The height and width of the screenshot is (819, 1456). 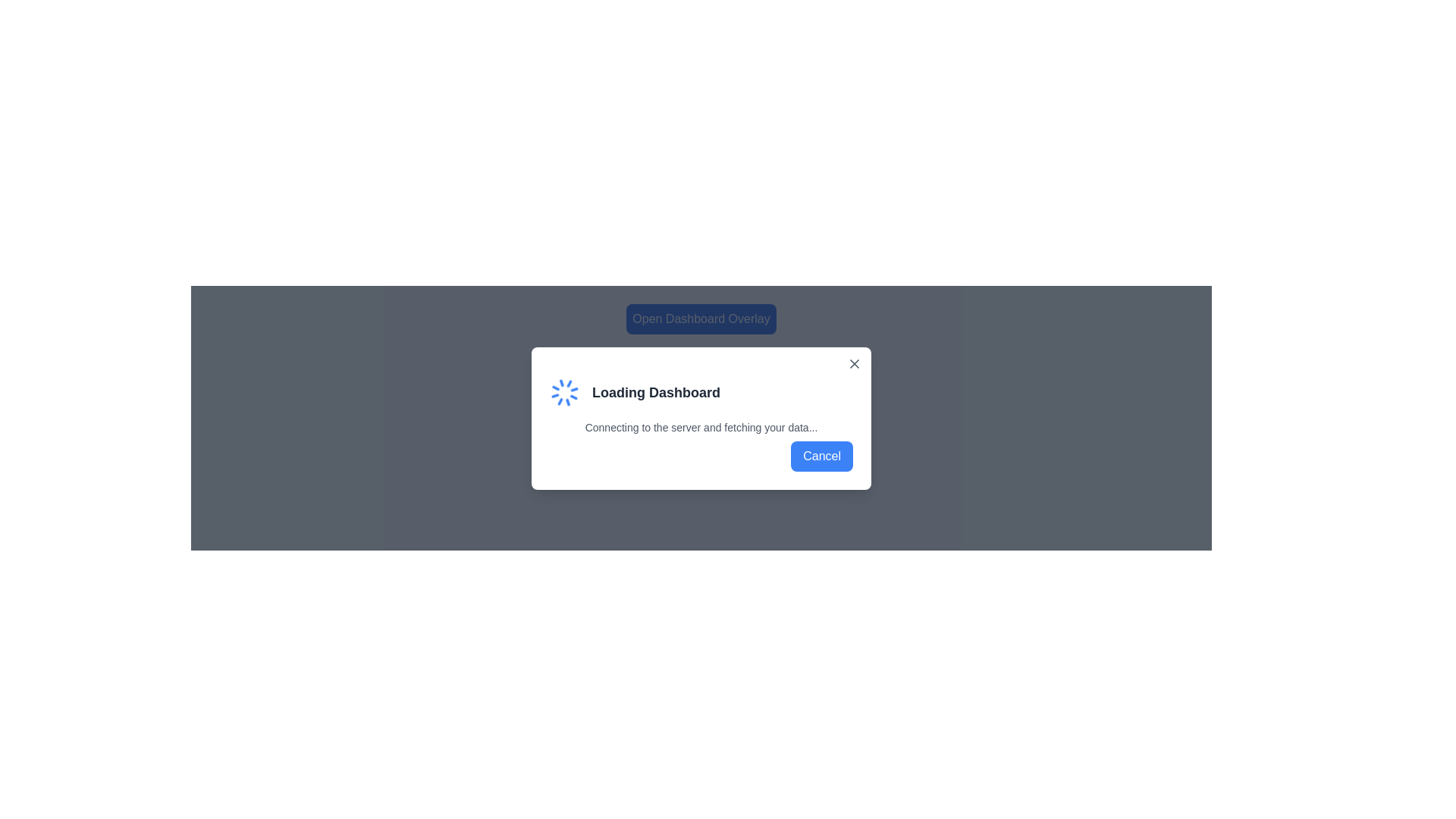 I want to click on the 'X' icon button located in the top-right corner of the popup window for interaction feedback, so click(x=855, y=363).